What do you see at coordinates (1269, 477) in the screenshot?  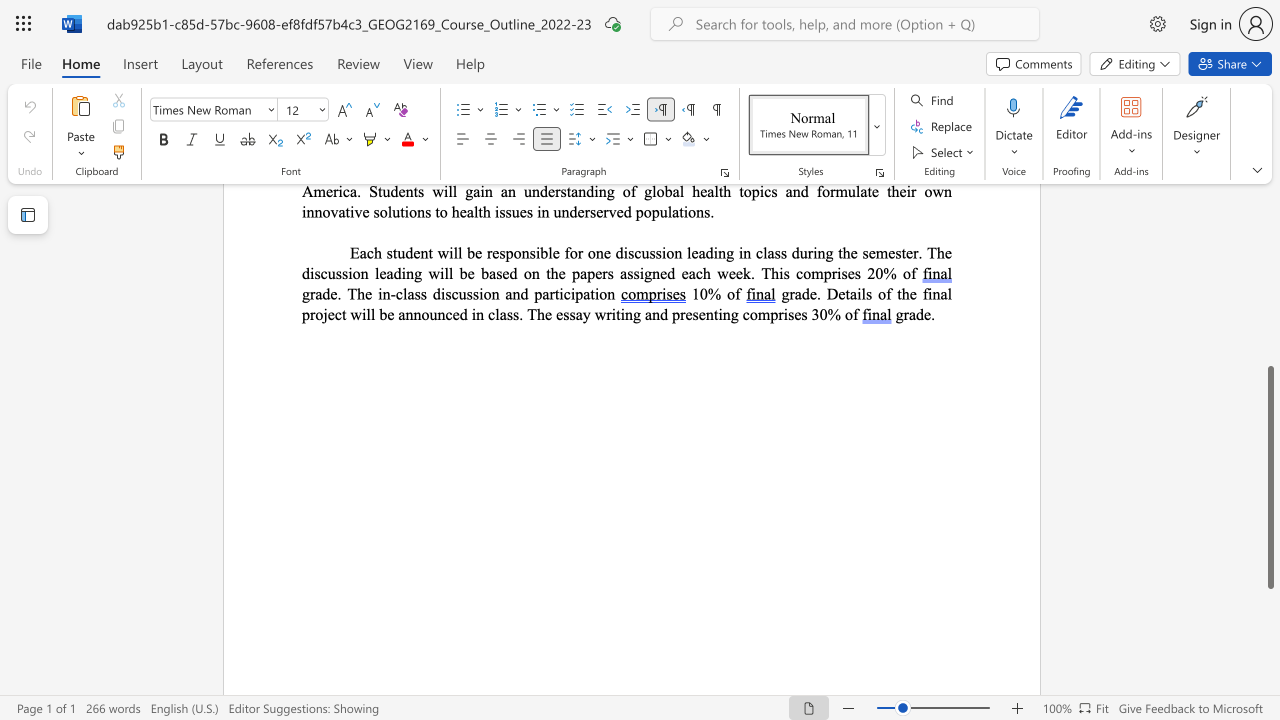 I see `the scrollbar and move up 90 pixels` at bounding box center [1269, 477].